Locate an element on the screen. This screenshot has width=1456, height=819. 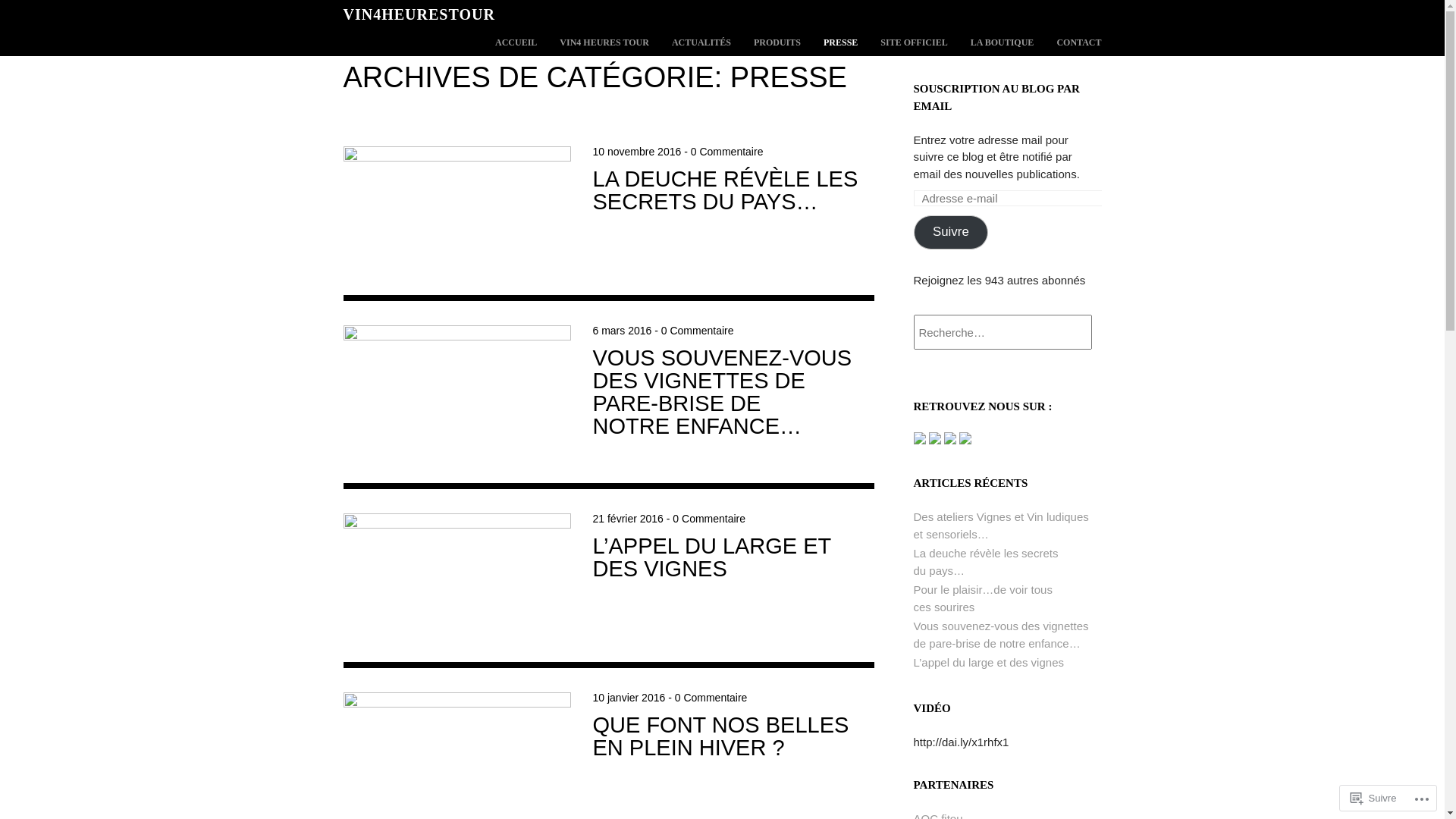
'LA BOUTIQUE' is located at coordinates (1002, 42).